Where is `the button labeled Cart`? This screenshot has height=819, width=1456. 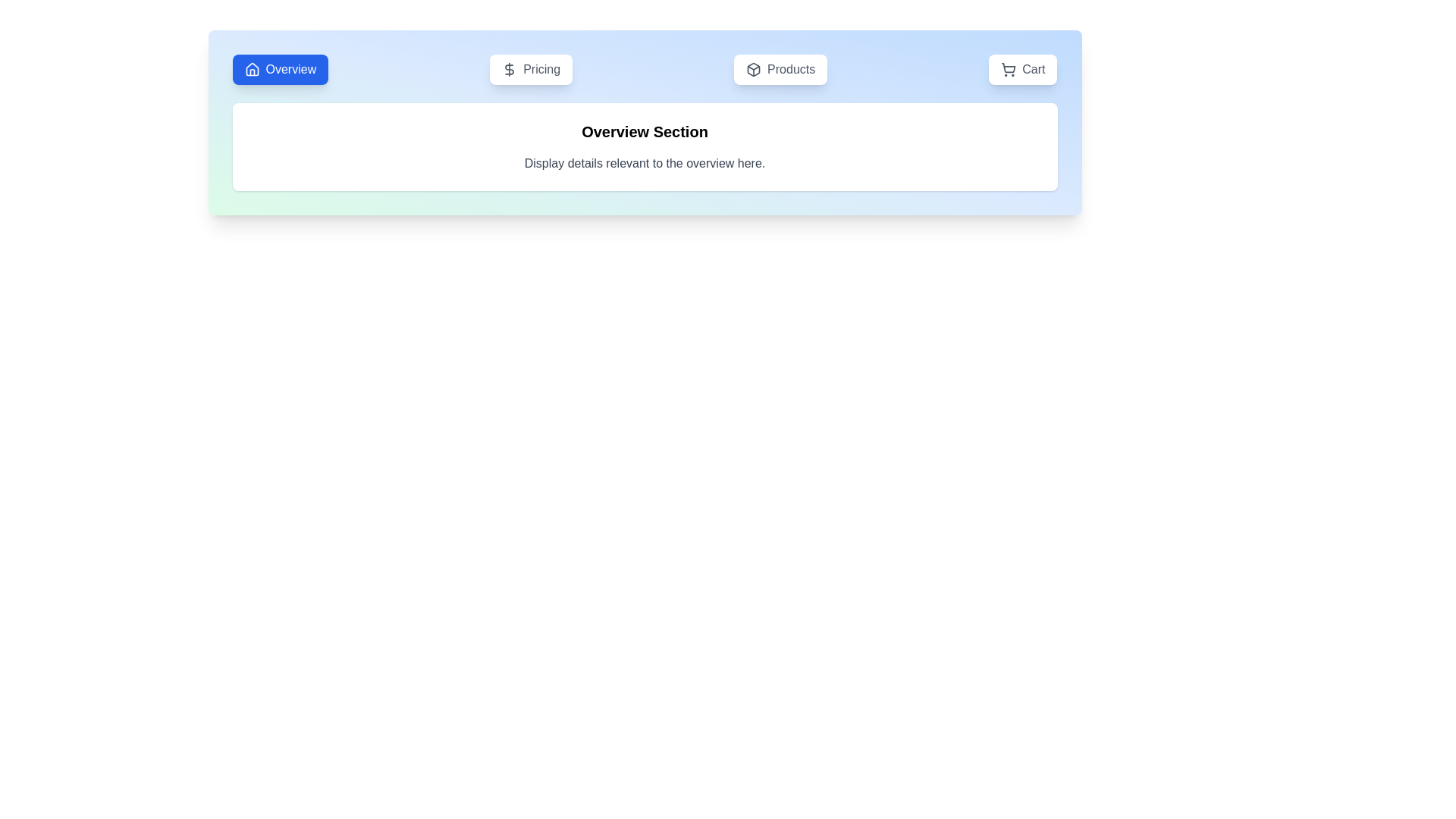 the button labeled Cart is located at coordinates (1023, 70).